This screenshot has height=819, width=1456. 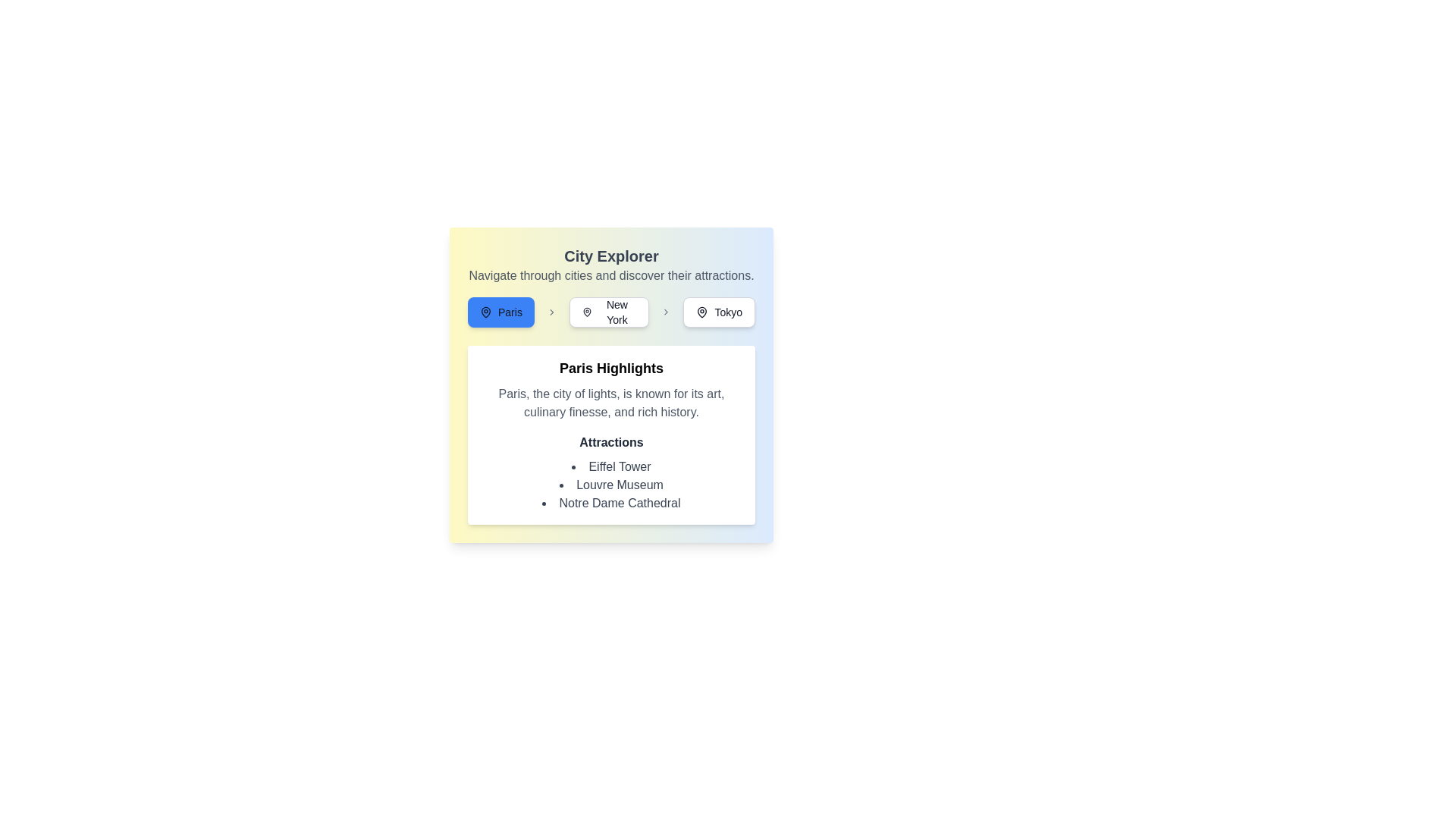 What do you see at coordinates (586, 312) in the screenshot?
I see `the New York navigation button, which features a pin-shaped icon on the left and the label 'New York' on the right` at bounding box center [586, 312].